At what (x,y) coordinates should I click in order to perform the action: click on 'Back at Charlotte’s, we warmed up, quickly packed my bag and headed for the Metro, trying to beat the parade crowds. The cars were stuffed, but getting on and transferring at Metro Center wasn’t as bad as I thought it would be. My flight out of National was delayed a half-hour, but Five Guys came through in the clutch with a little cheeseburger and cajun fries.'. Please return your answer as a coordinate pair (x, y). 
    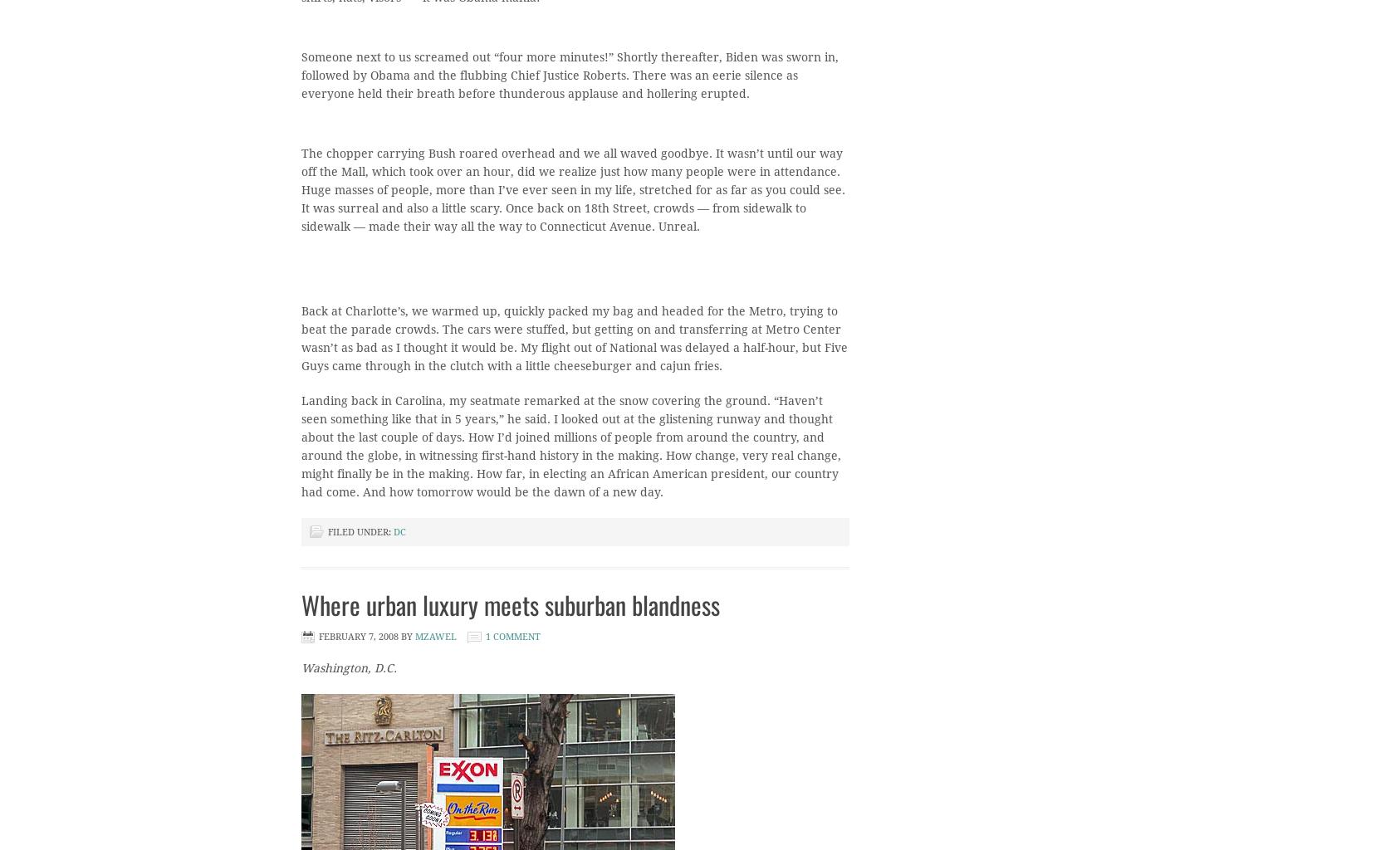
    Looking at the image, I should click on (573, 337).